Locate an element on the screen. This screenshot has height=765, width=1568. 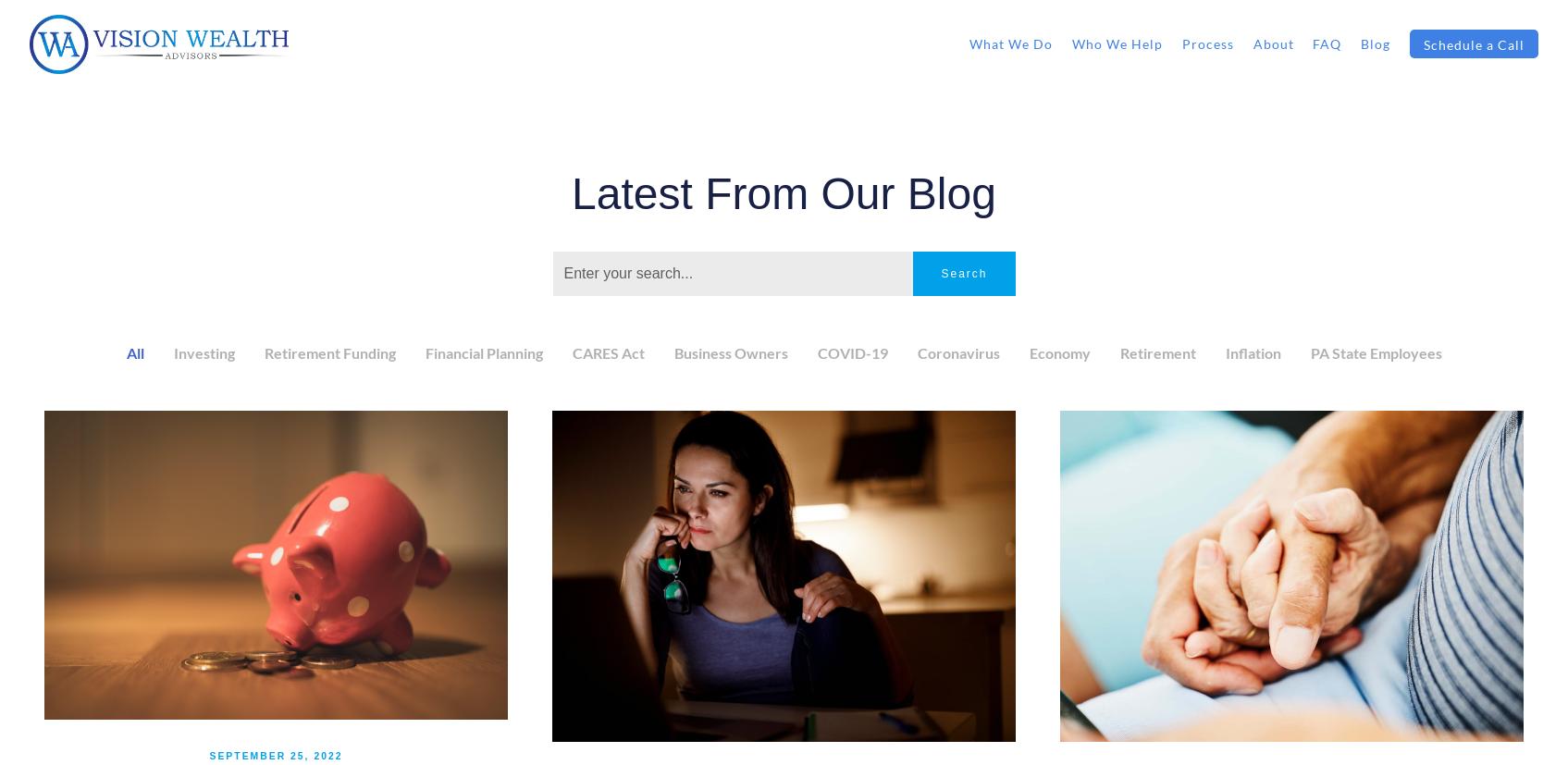
'Retirement Funding' is located at coordinates (327, 352).